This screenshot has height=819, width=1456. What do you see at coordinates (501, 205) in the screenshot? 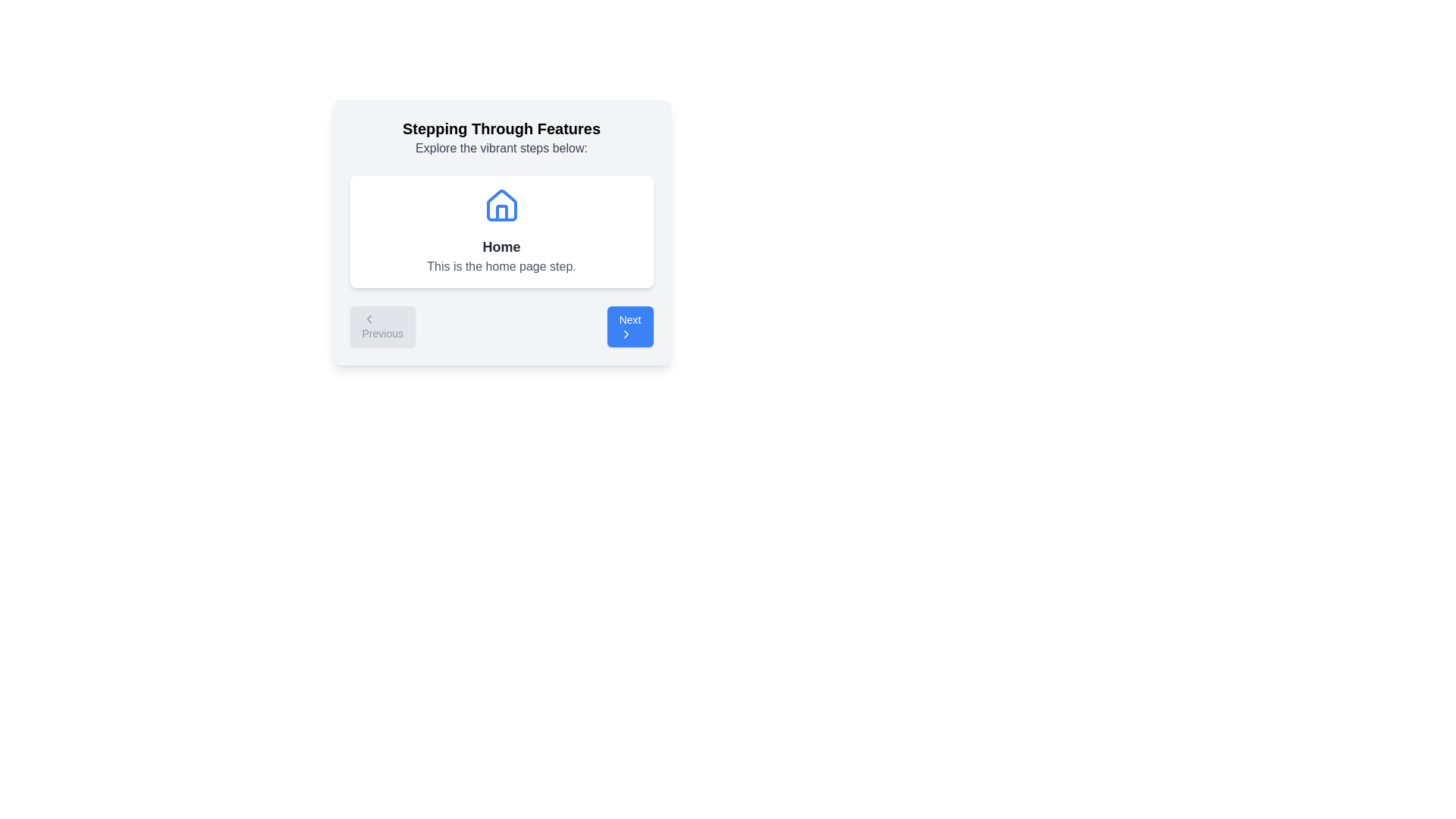
I see `the blue house icon with a roof and door structure, which is positioned above the text label 'Home'` at bounding box center [501, 205].